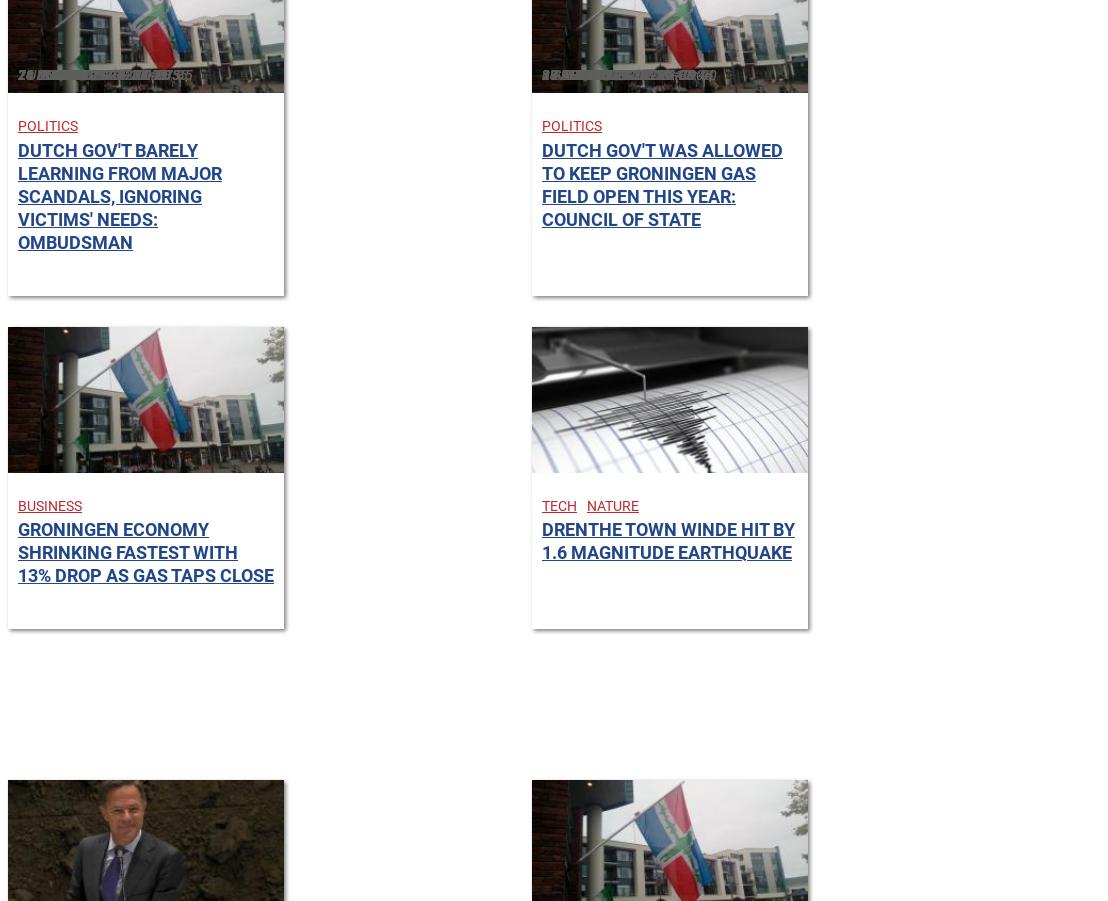 Image resolution: width=1108 pixels, height=901 pixels. I want to click on 'Groningen economy shrinking fastest with 13% drop as gas taps close', so click(145, 551).